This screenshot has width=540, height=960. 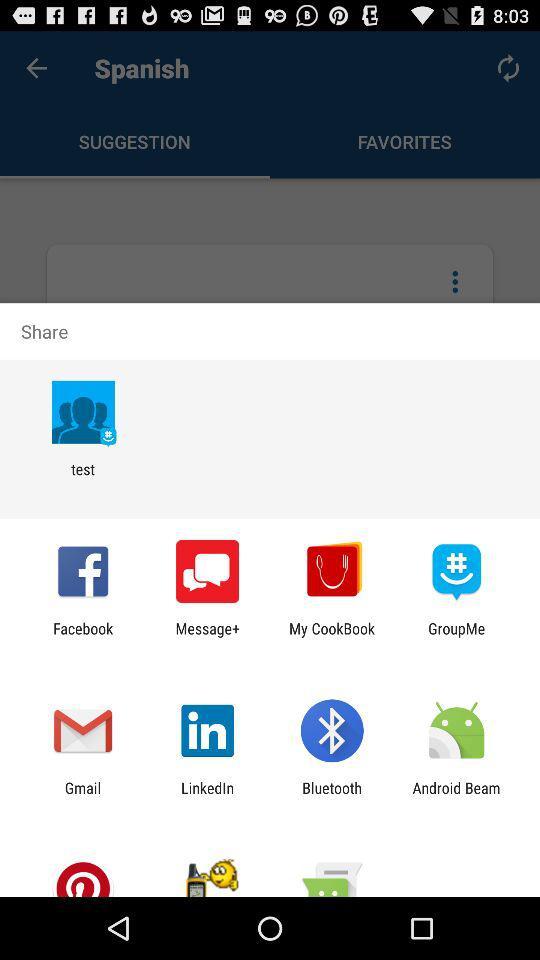 I want to click on icon next to the android beam item, so click(x=332, y=796).